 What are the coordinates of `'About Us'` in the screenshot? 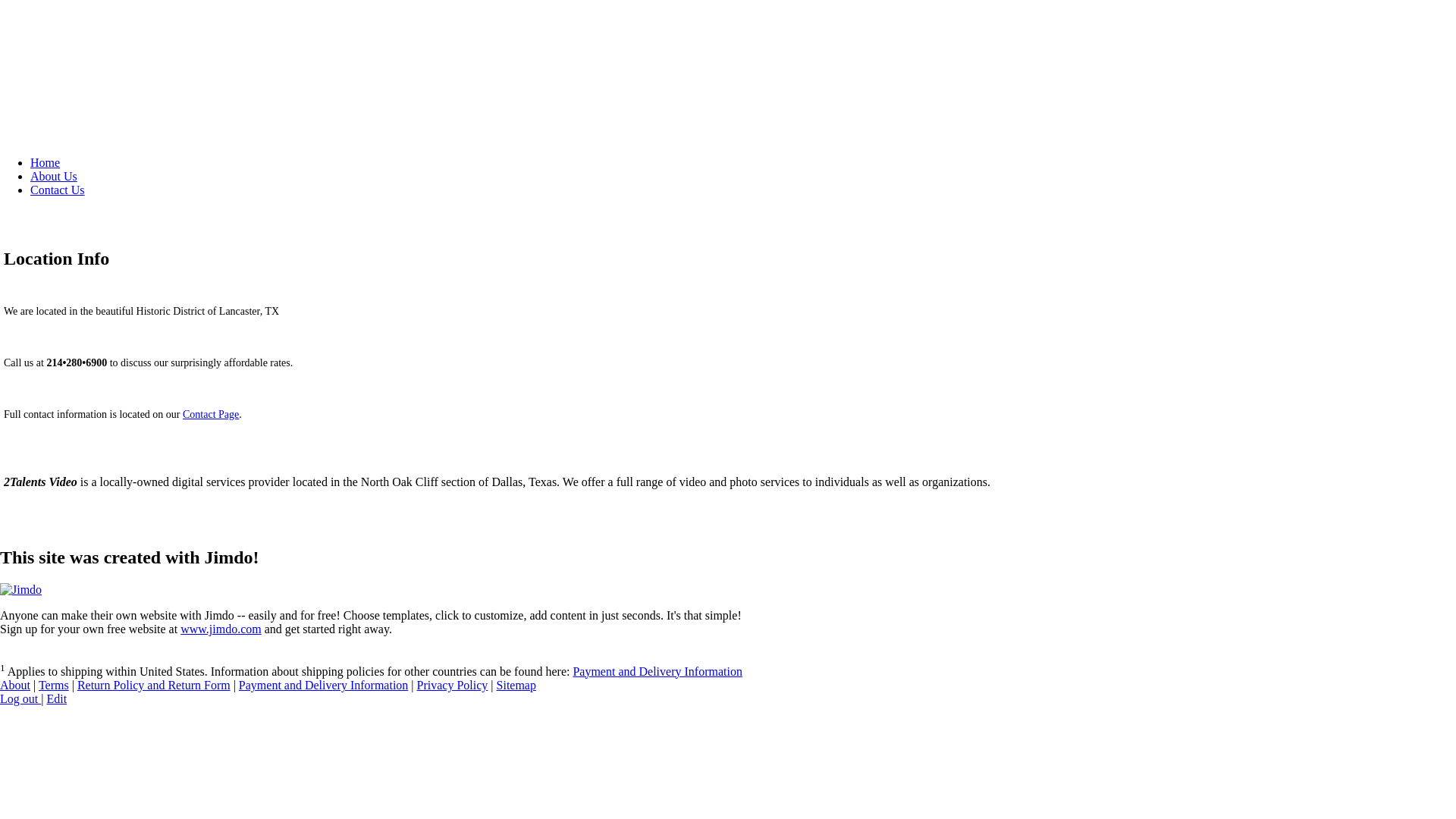 It's located at (30, 175).